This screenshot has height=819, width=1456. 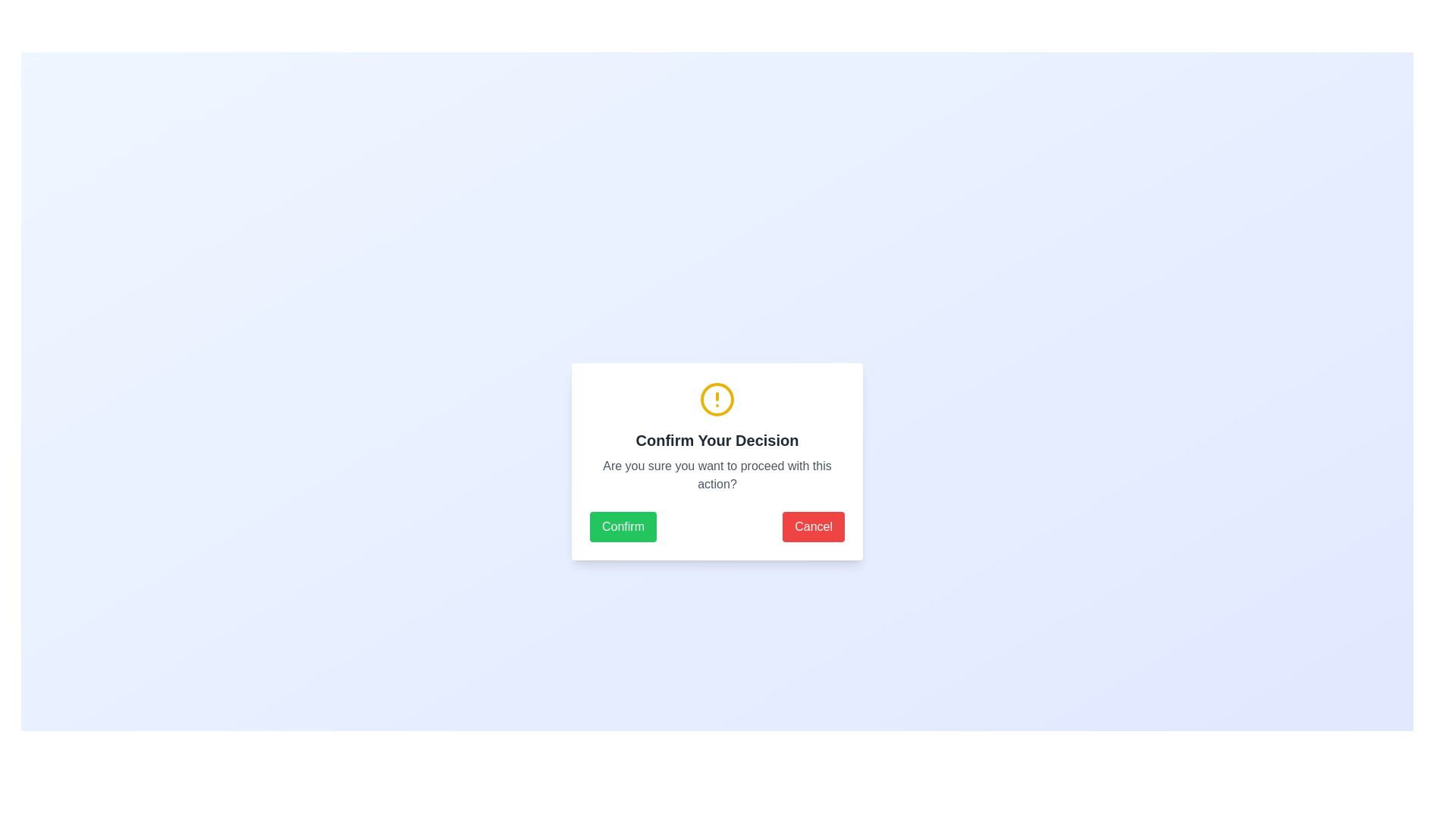 What do you see at coordinates (716, 399) in the screenshot?
I see `the warning icon located at the top of the modal pop-up, centered horizontally above the 'Confirm Your Decision' text for visual information` at bounding box center [716, 399].